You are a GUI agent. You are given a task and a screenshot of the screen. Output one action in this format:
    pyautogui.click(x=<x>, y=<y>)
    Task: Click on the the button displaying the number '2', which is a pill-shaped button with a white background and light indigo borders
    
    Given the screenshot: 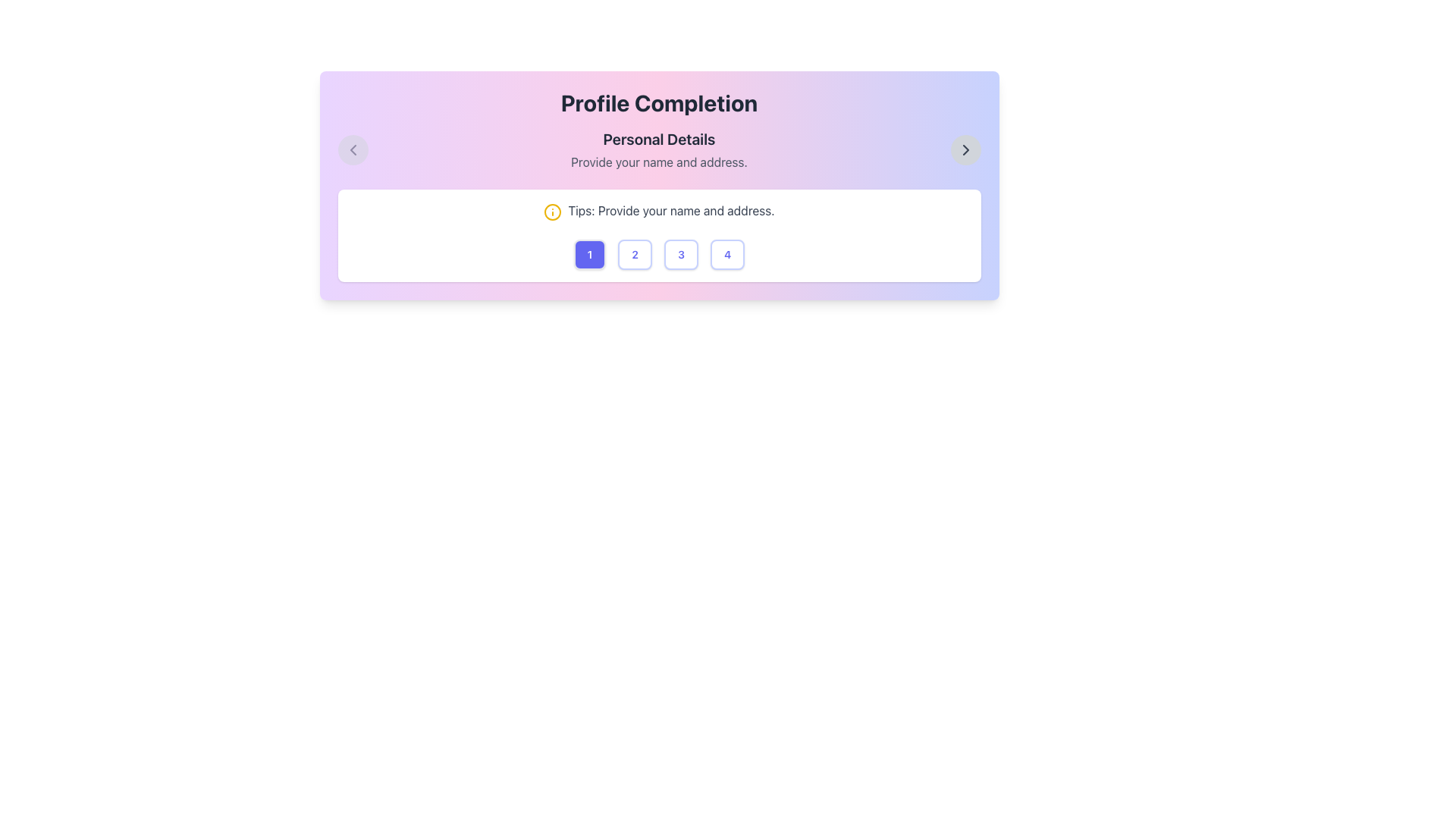 What is the action you would take?
    pyautogui.click(x=635, y=253)
    